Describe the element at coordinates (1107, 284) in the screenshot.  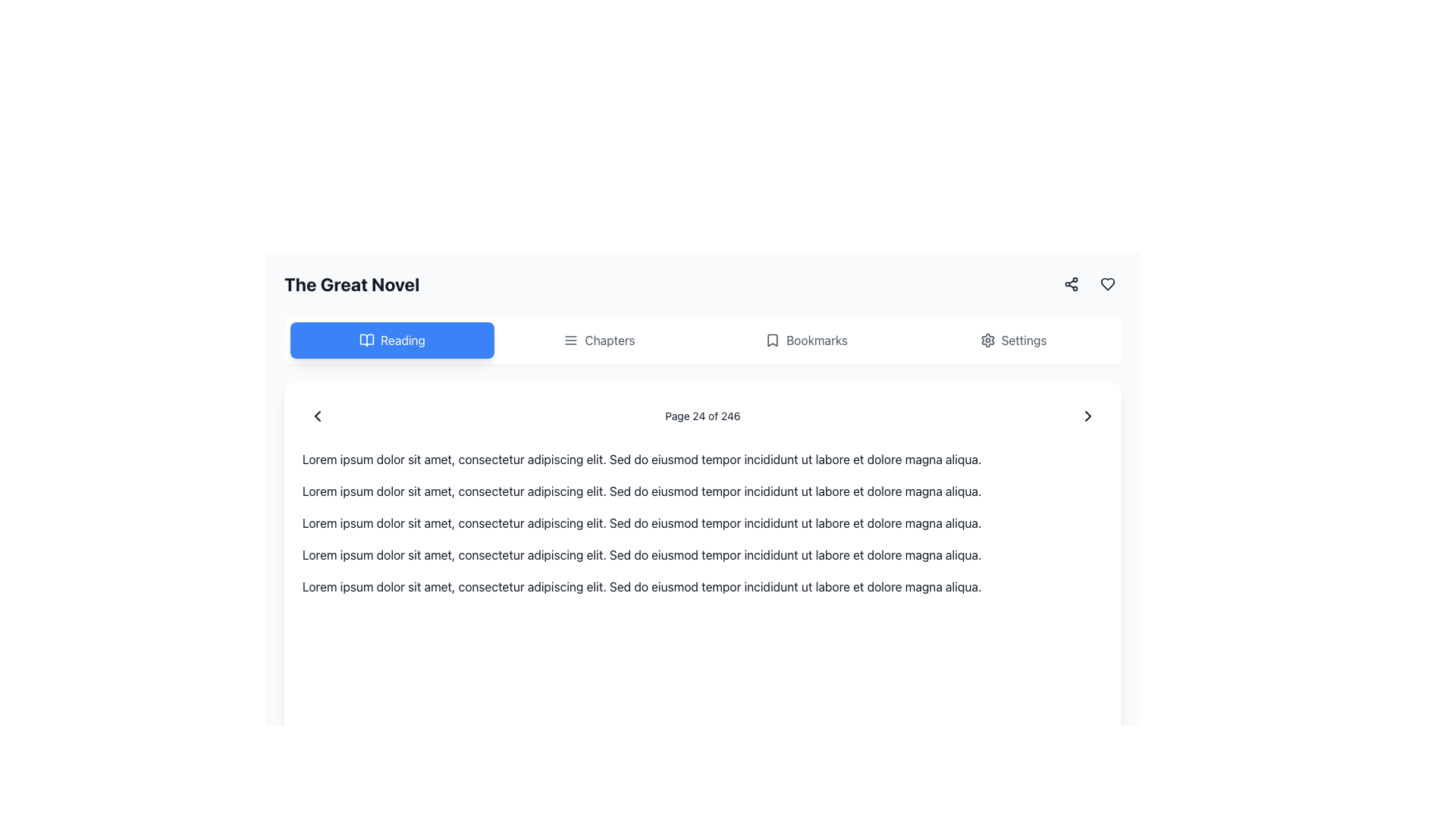
I see `the heart icon, an outlined vector graphic located in the upper right area of the interface near the top navigation bar, to interact with it (e.g., to favorite or like an item)` at that location.